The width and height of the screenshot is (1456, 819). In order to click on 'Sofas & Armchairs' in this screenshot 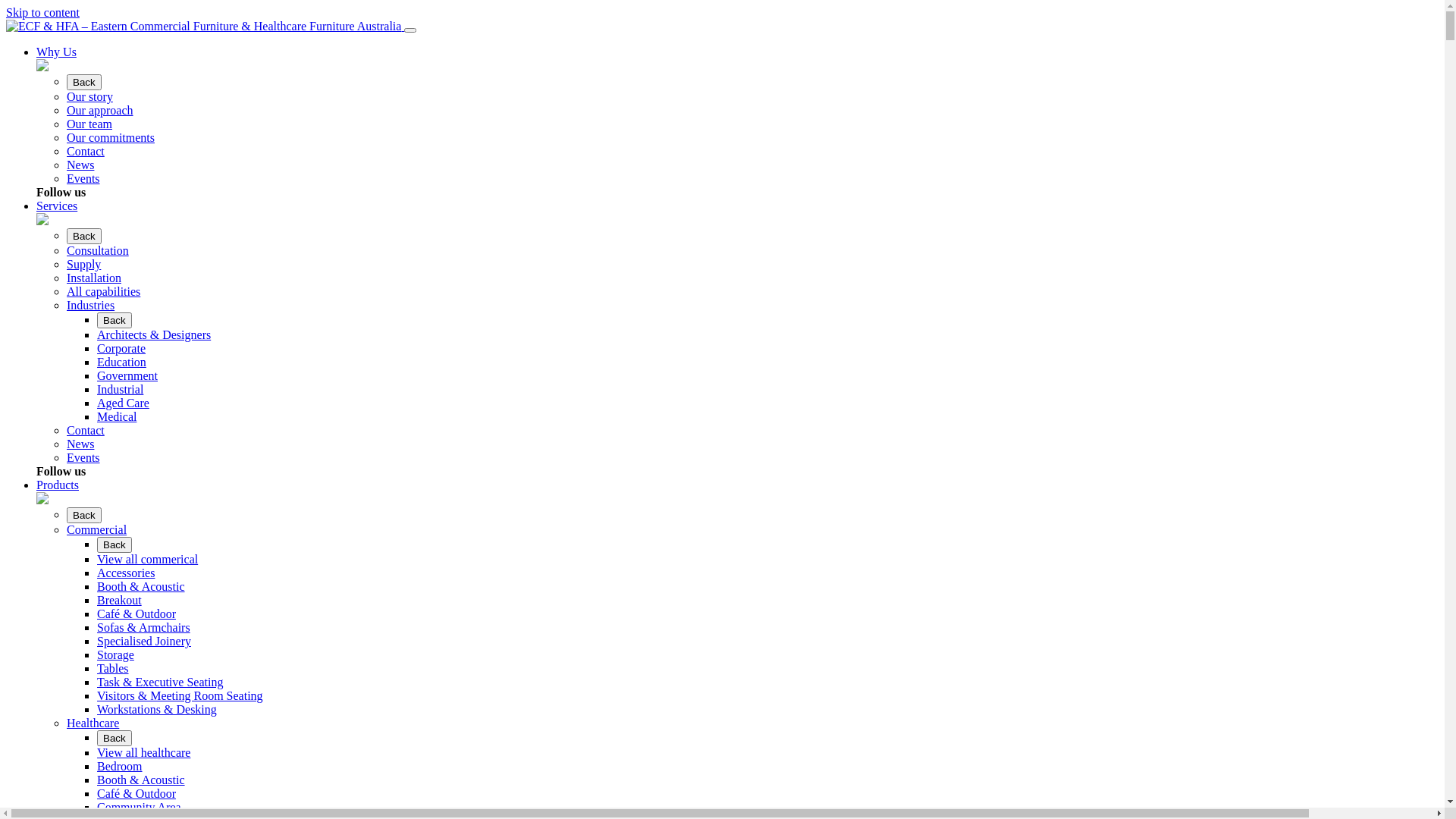, I will do `click(143, 627)`.